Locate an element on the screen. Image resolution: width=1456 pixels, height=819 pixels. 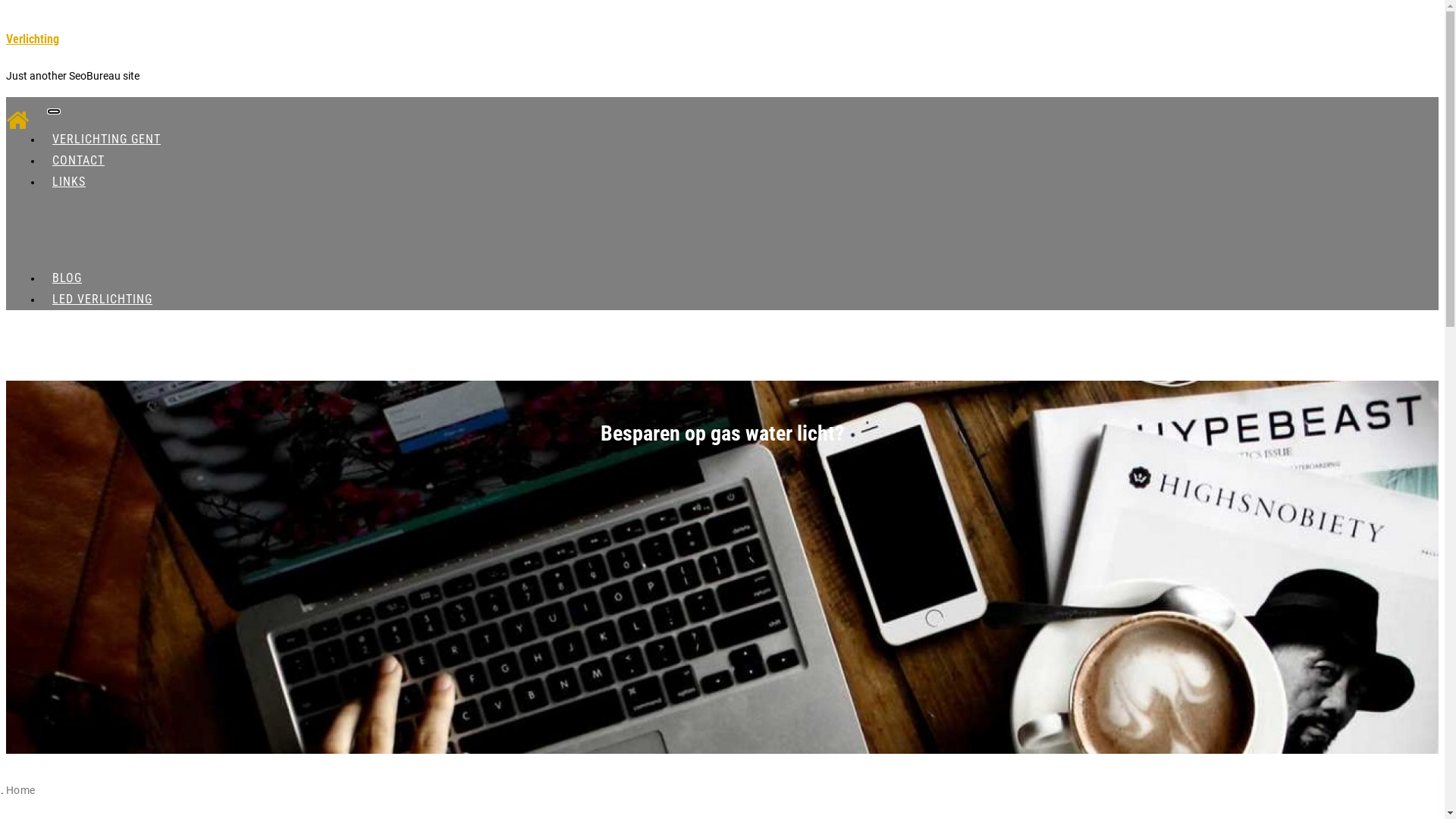
'Ga naar de inhoud' is located at coordinates (5, 5).